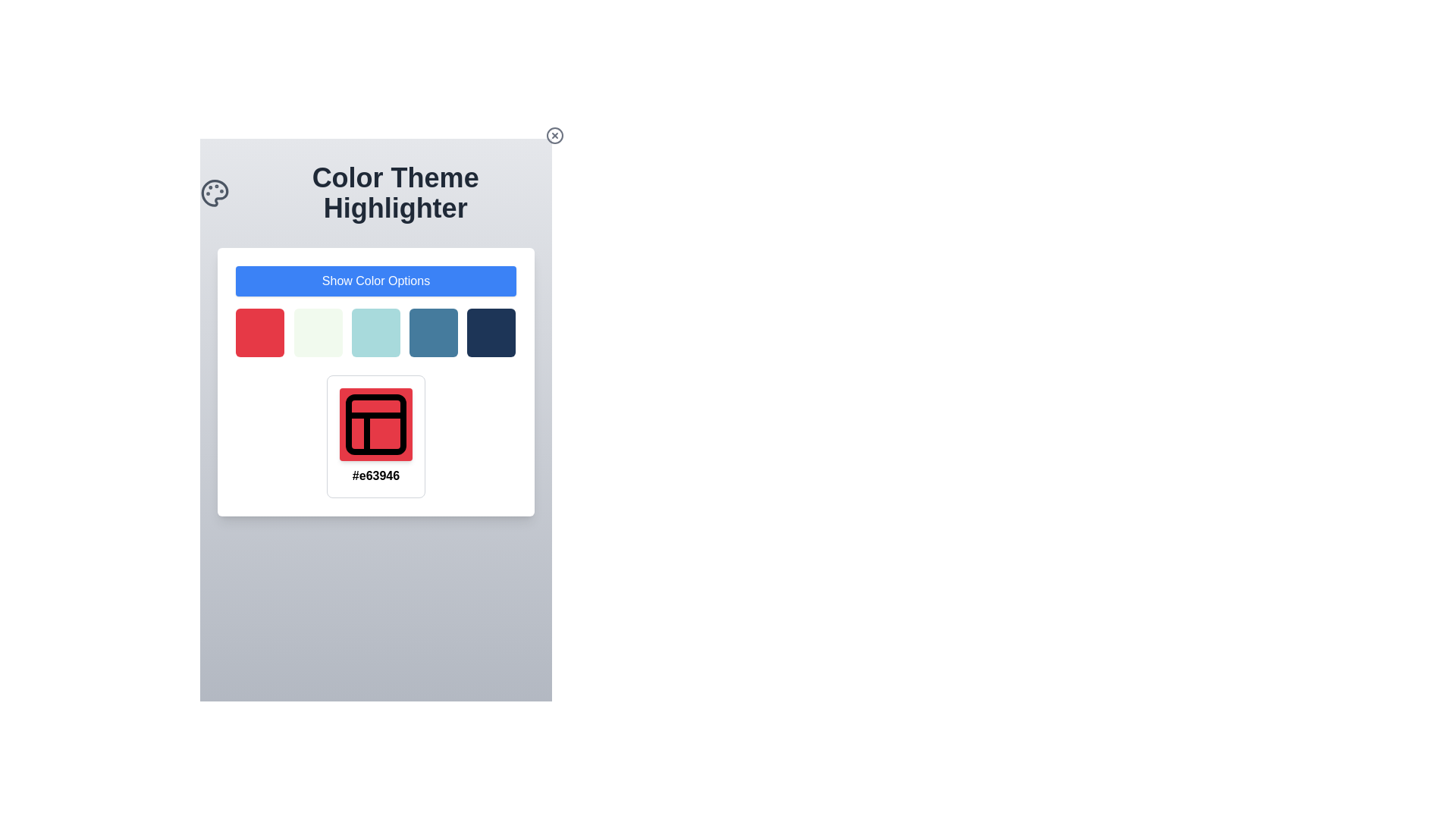 The width and height of the screenshot is (1456, 819). I want to click on the middle square color option in the grid layout, located below the 'Show Color Options' button, so click(375, 332).